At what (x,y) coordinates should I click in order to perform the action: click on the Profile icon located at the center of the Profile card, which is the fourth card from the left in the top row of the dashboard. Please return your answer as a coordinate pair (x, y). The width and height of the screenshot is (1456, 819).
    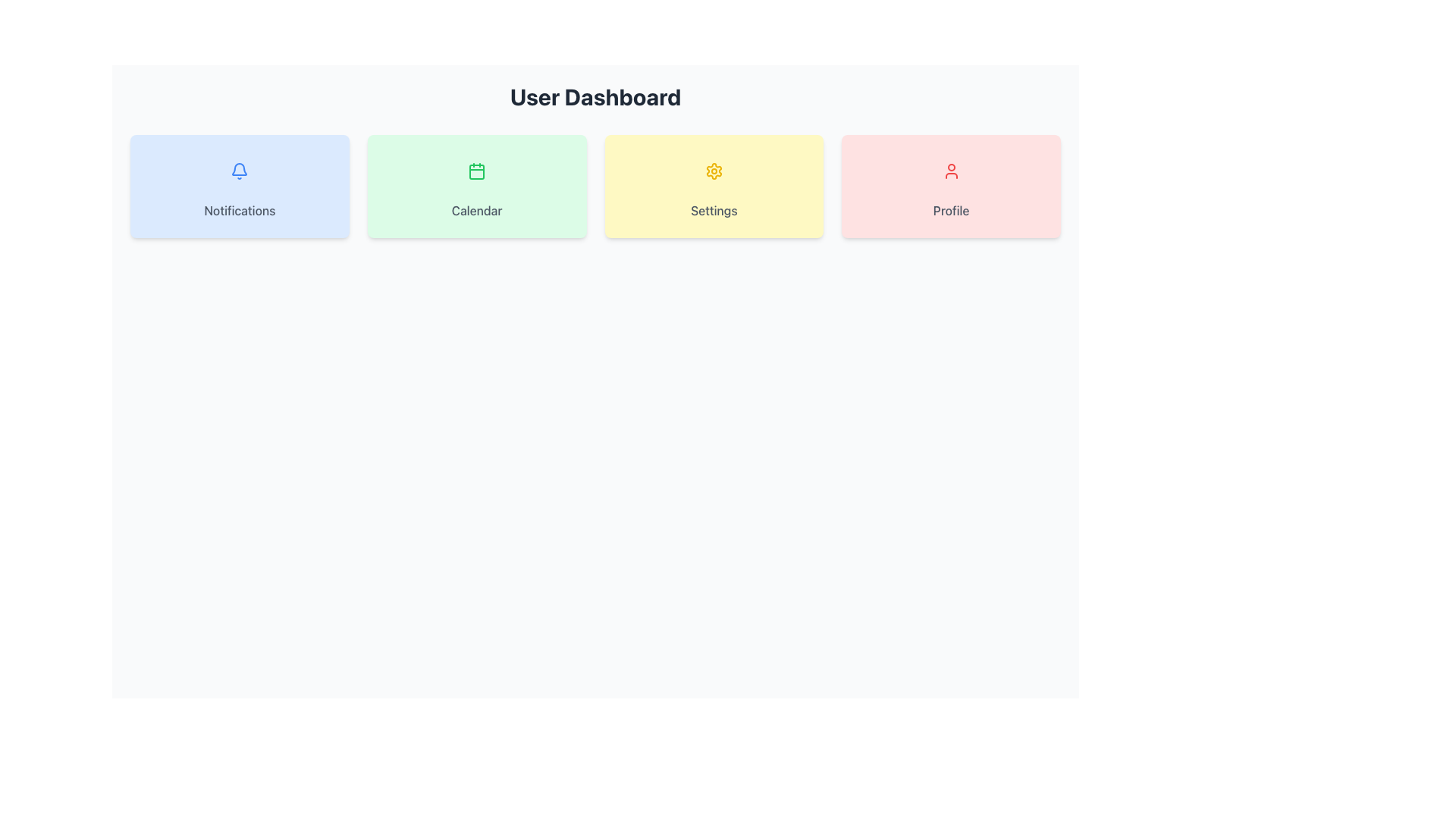
    Looking at the image, I should click on (950, 171).